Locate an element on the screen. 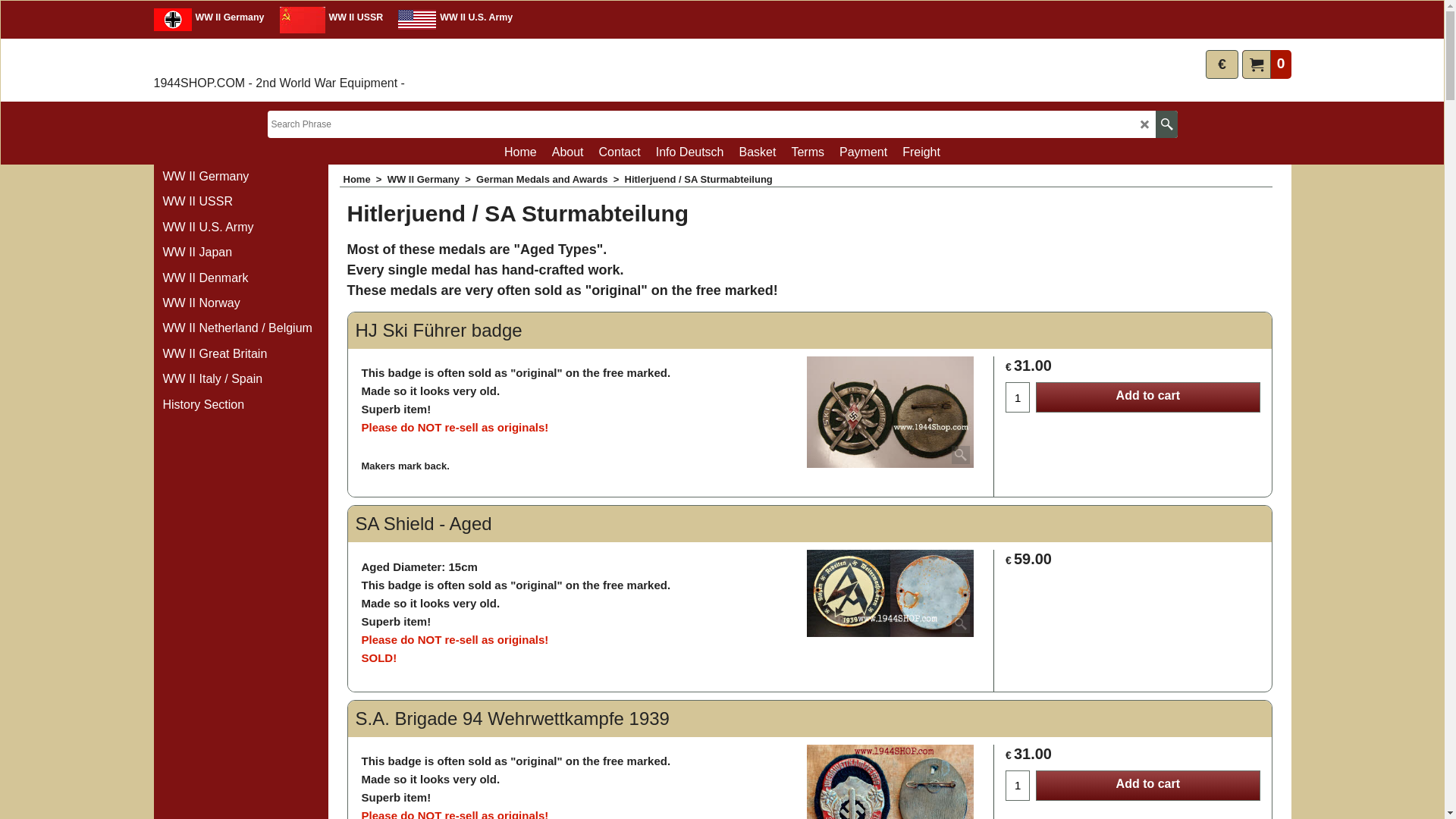 This screenshot has width=1456, height=819. 'WW II Norway' is located at coordinates (160, 303).